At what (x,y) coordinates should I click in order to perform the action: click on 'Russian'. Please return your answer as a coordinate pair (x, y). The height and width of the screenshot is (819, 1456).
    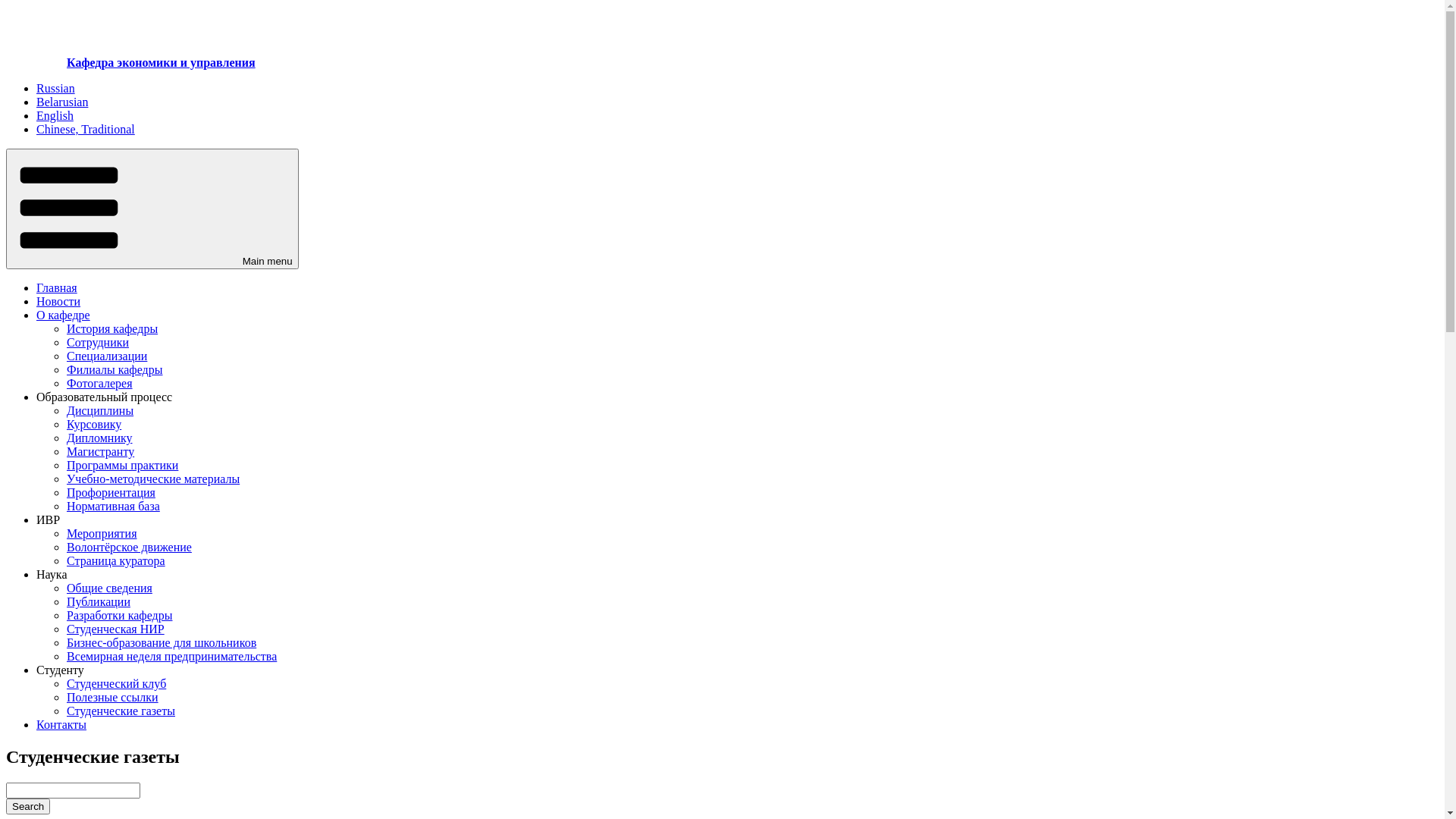
    Looking at the image, I should click on (36, 88).